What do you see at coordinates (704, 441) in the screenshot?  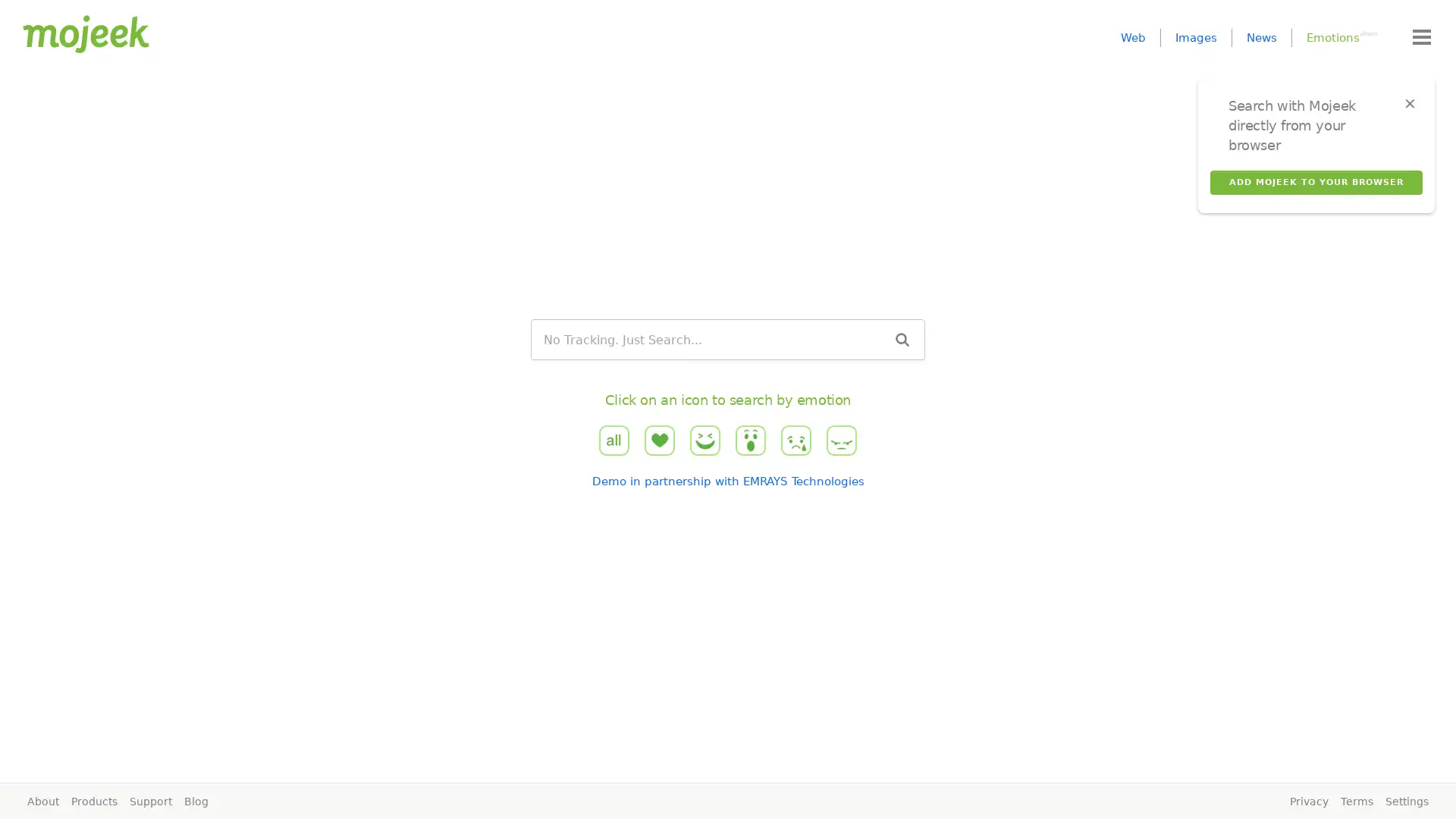 I see `haha` at bounding box center [704, 441].